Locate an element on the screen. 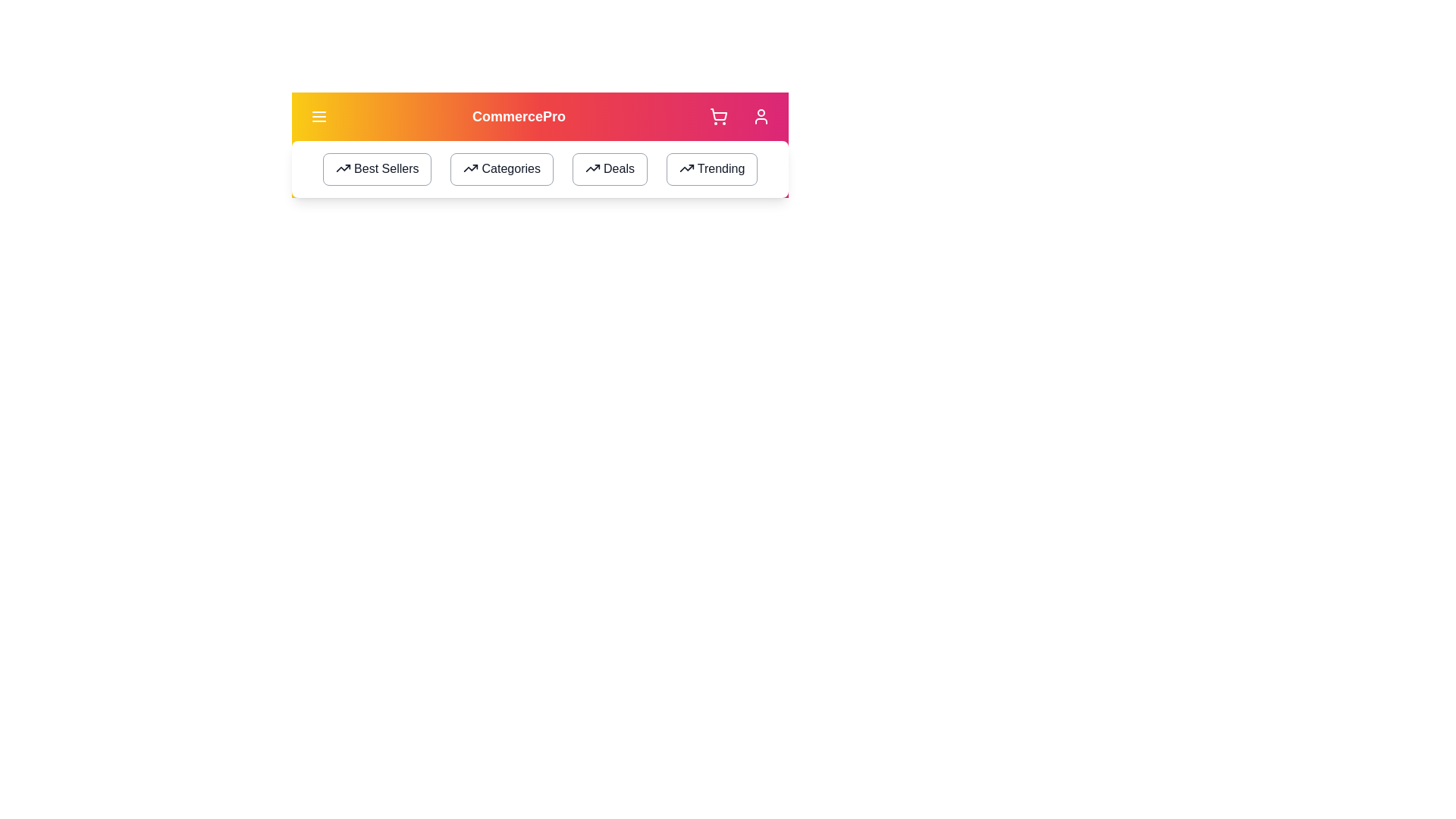 The width and height of the screenshot is (1456, 819). the 'Deals' button to navigate to the 'Deals' section is located at coordinates (610, 169).